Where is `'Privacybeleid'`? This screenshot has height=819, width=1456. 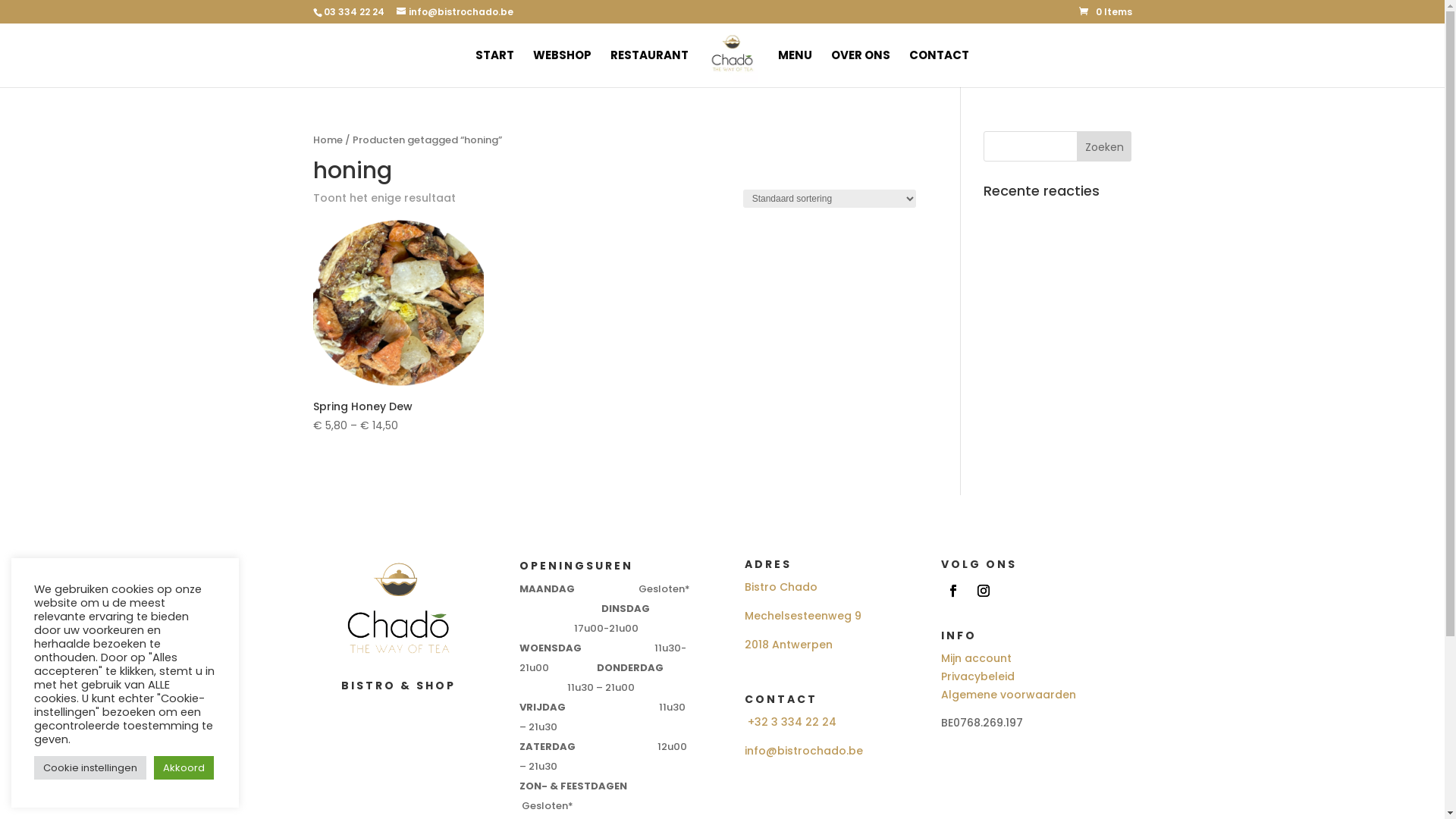 'Privacybeleid' is located at coordinates (977, 675).